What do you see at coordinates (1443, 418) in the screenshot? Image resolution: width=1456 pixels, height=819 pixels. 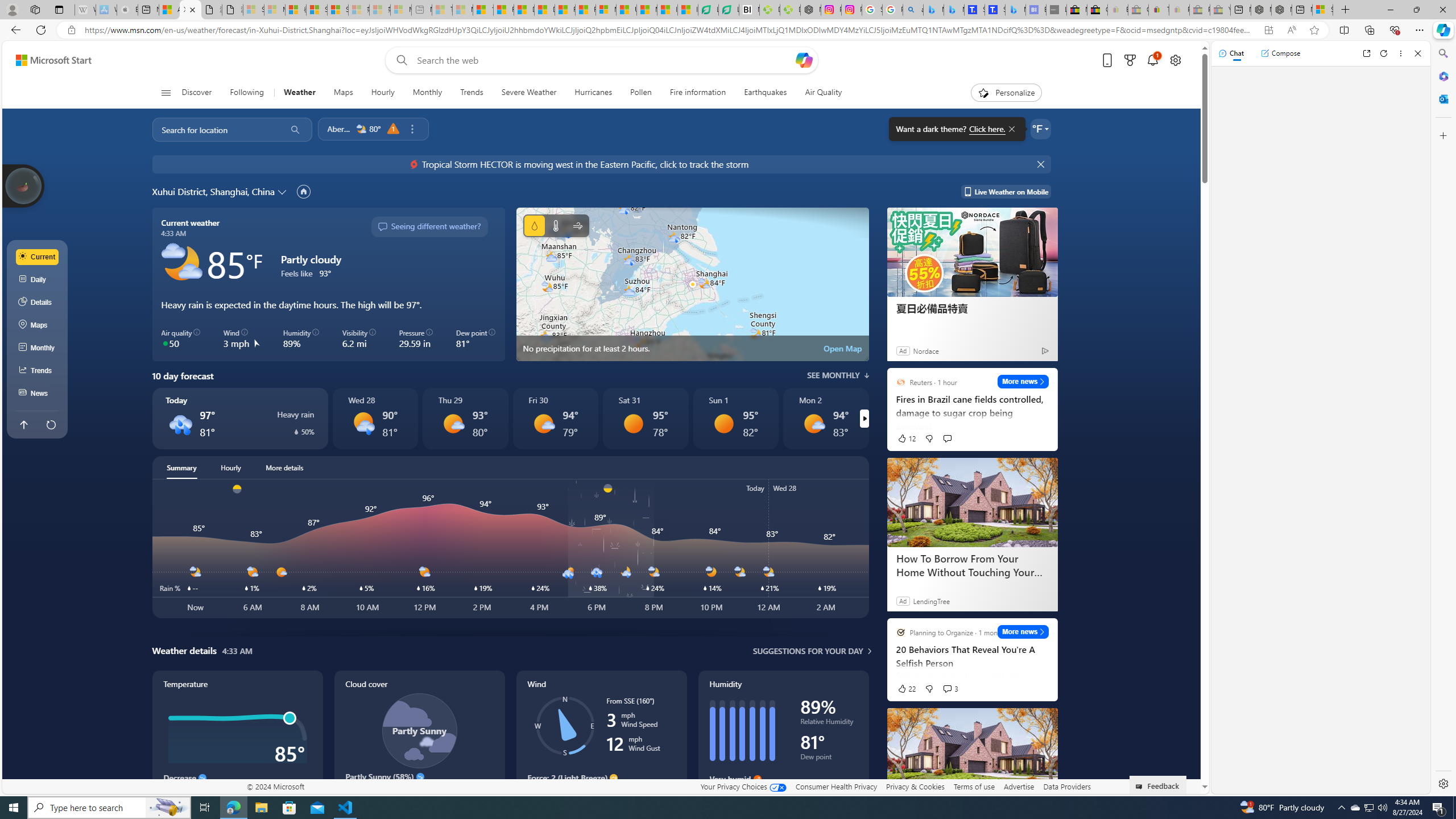 I see `'Side bar'` at bounding box center [1443, 418].